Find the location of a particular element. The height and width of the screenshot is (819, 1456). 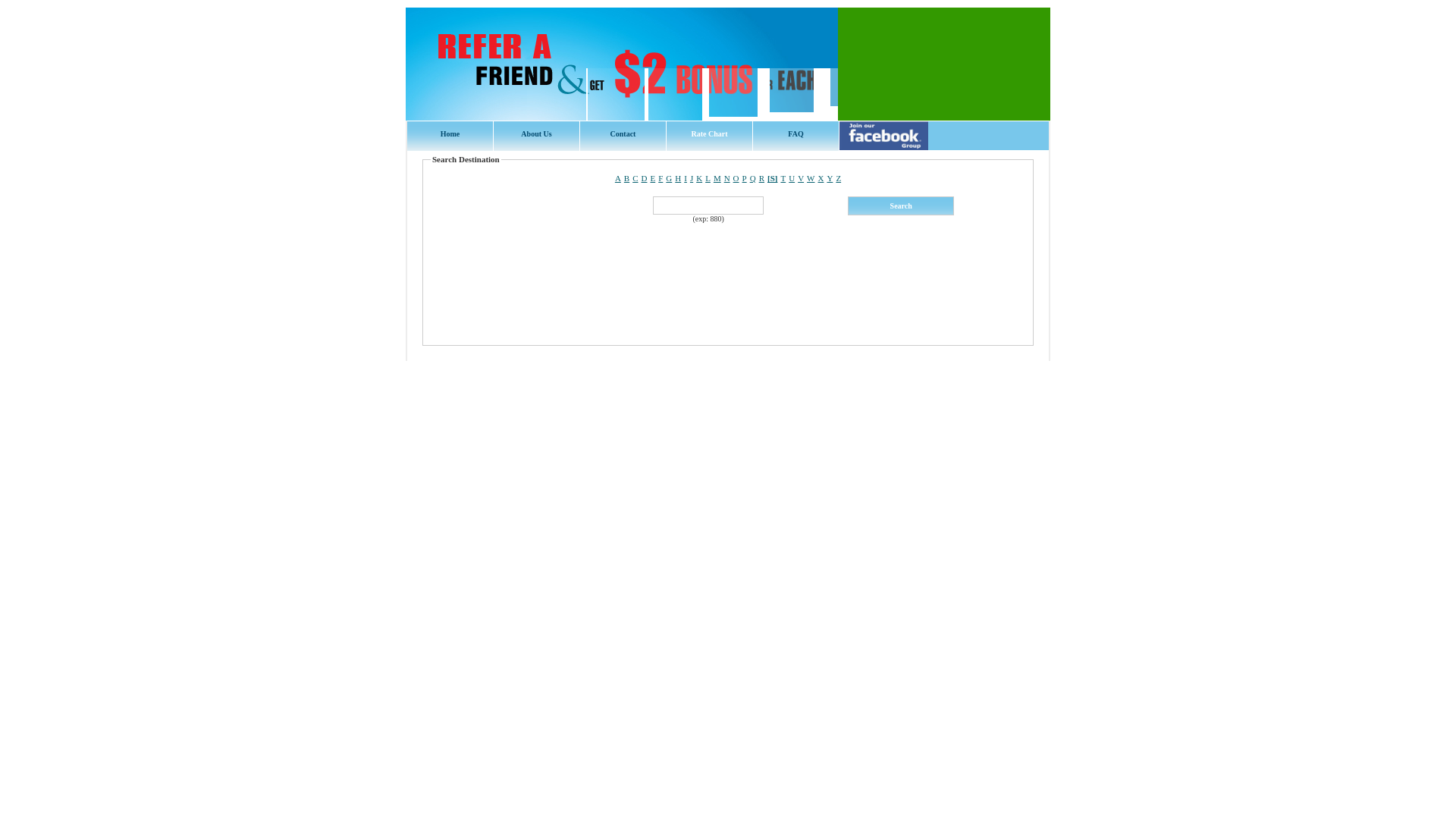

'F' is located at coordinates (660, 177).